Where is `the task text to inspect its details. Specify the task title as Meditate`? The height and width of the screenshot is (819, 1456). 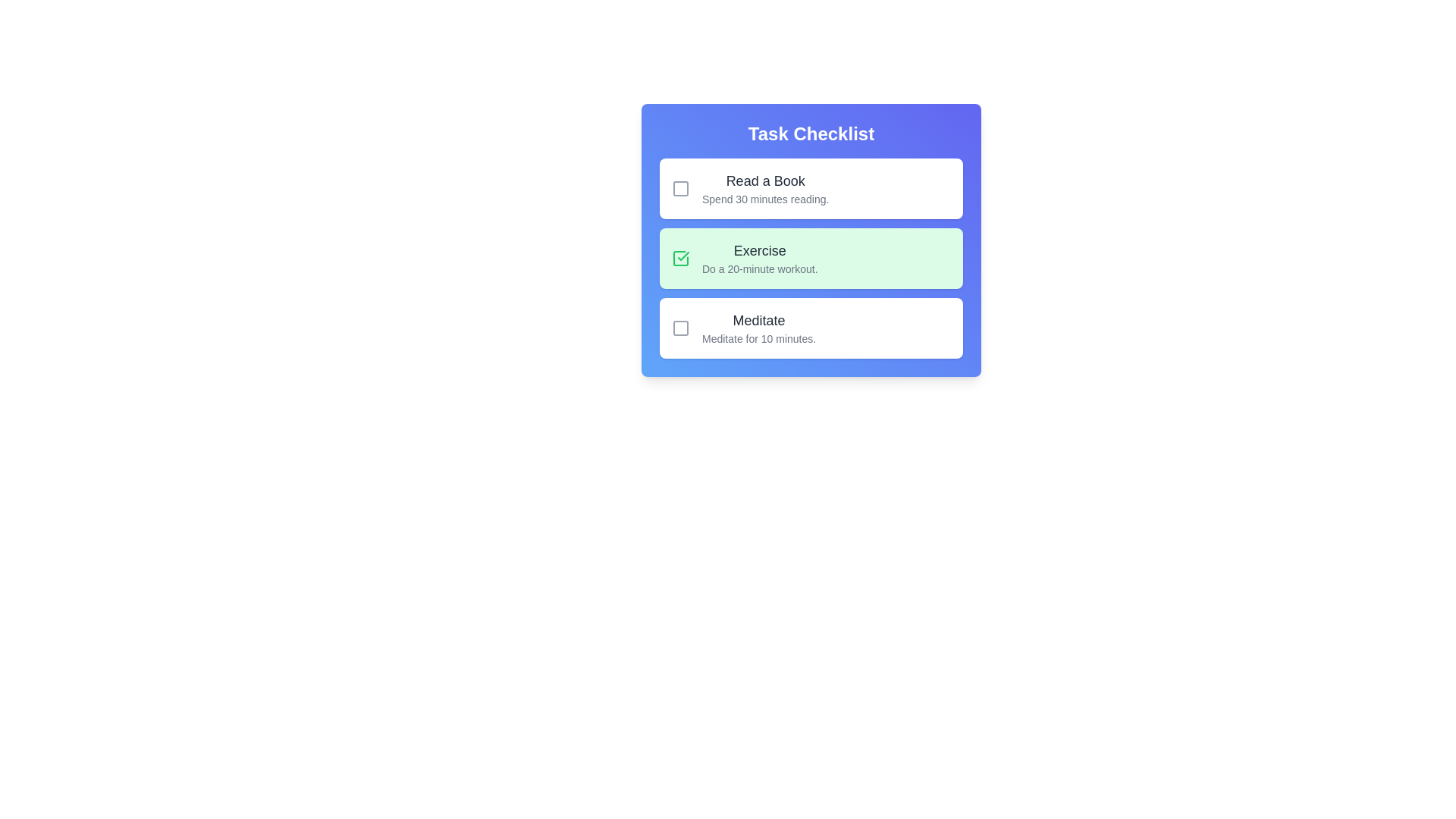 the task text to inspect its details. Specify the task title as Meditate is located at coordinates (759, 320).